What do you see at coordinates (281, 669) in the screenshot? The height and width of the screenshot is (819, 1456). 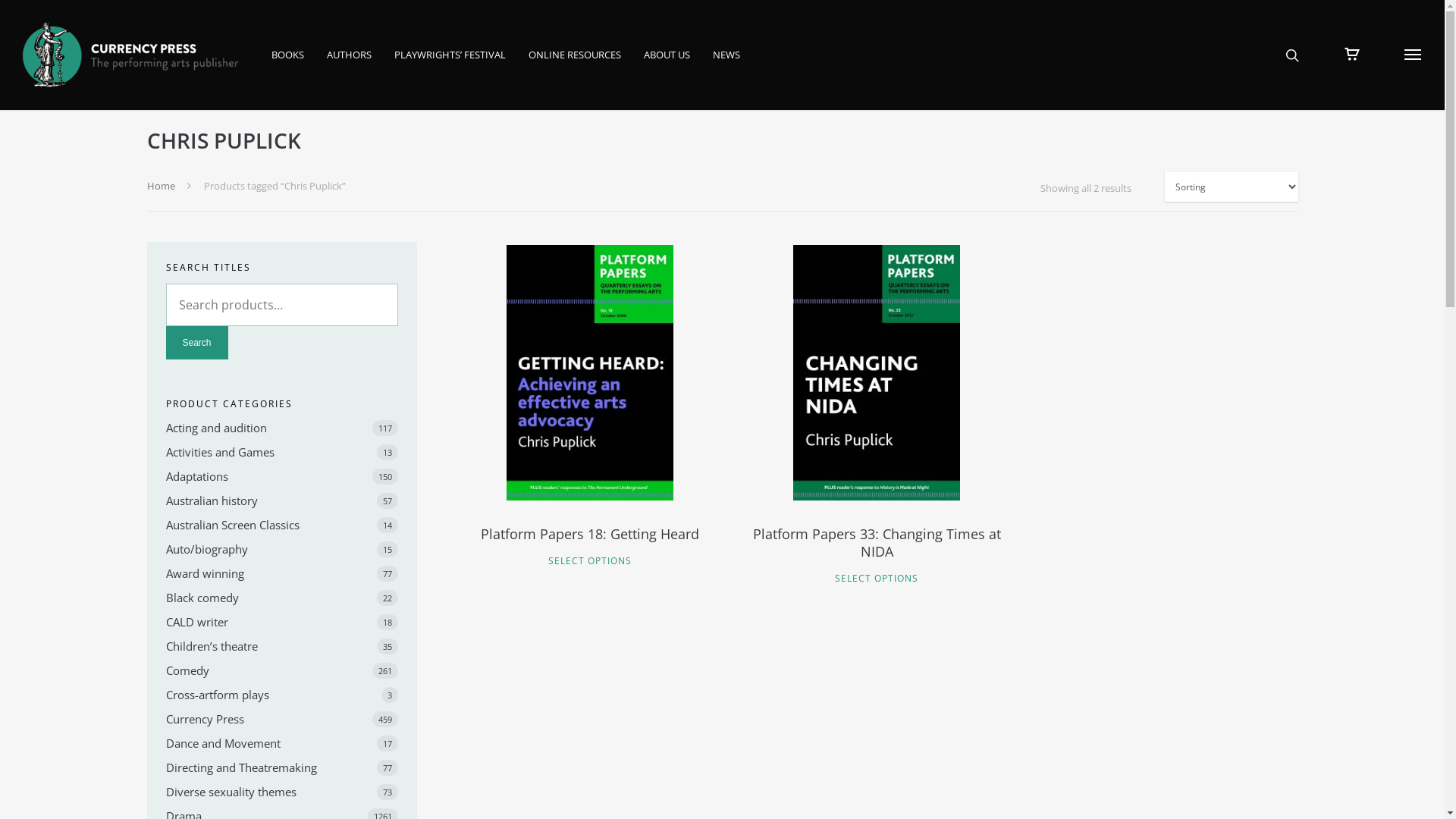 I see `'Comedy'` at bounding box center [281, 669].